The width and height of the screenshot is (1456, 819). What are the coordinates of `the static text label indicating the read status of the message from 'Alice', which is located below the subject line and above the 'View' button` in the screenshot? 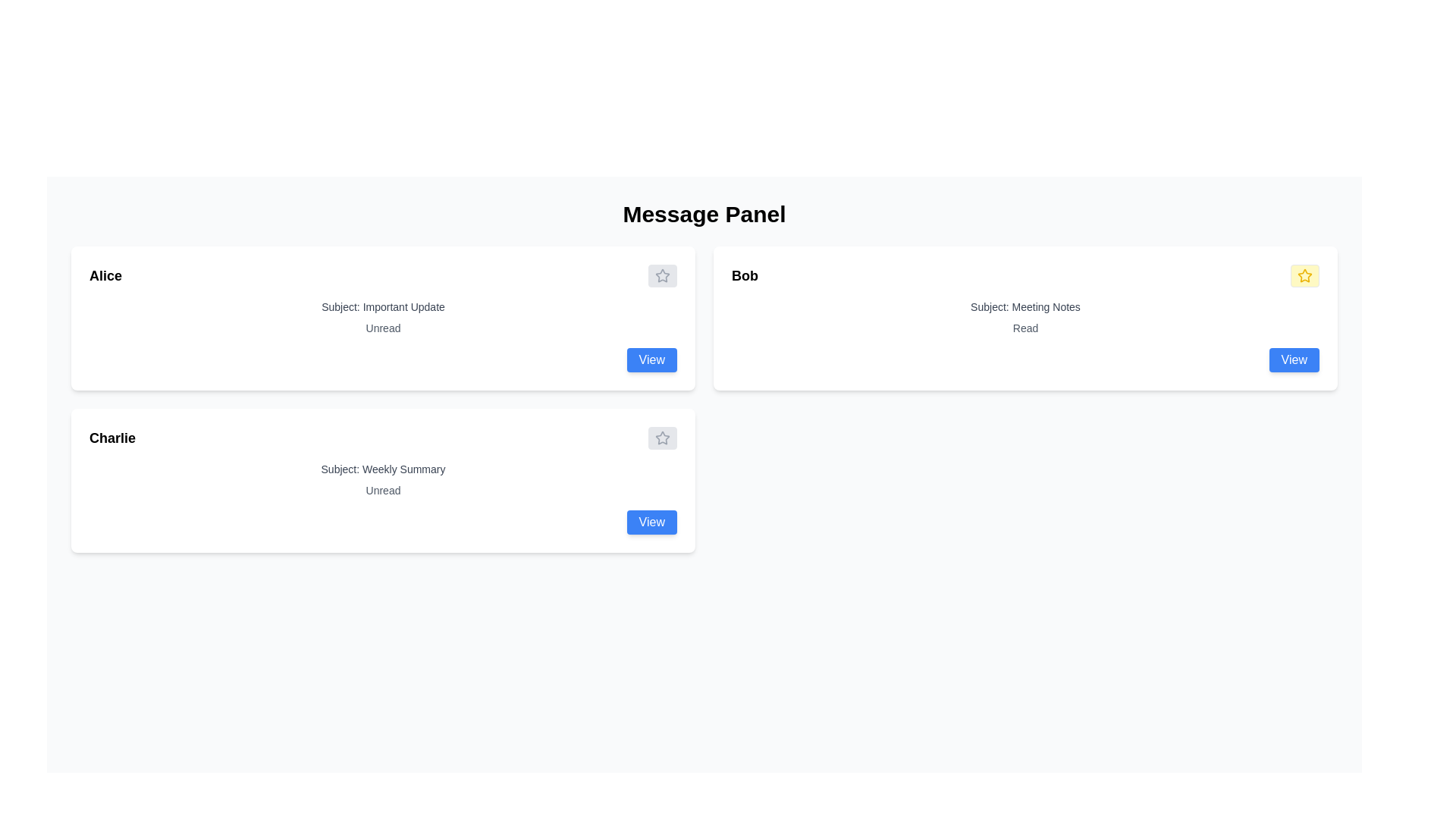 It's located at (383, 327).